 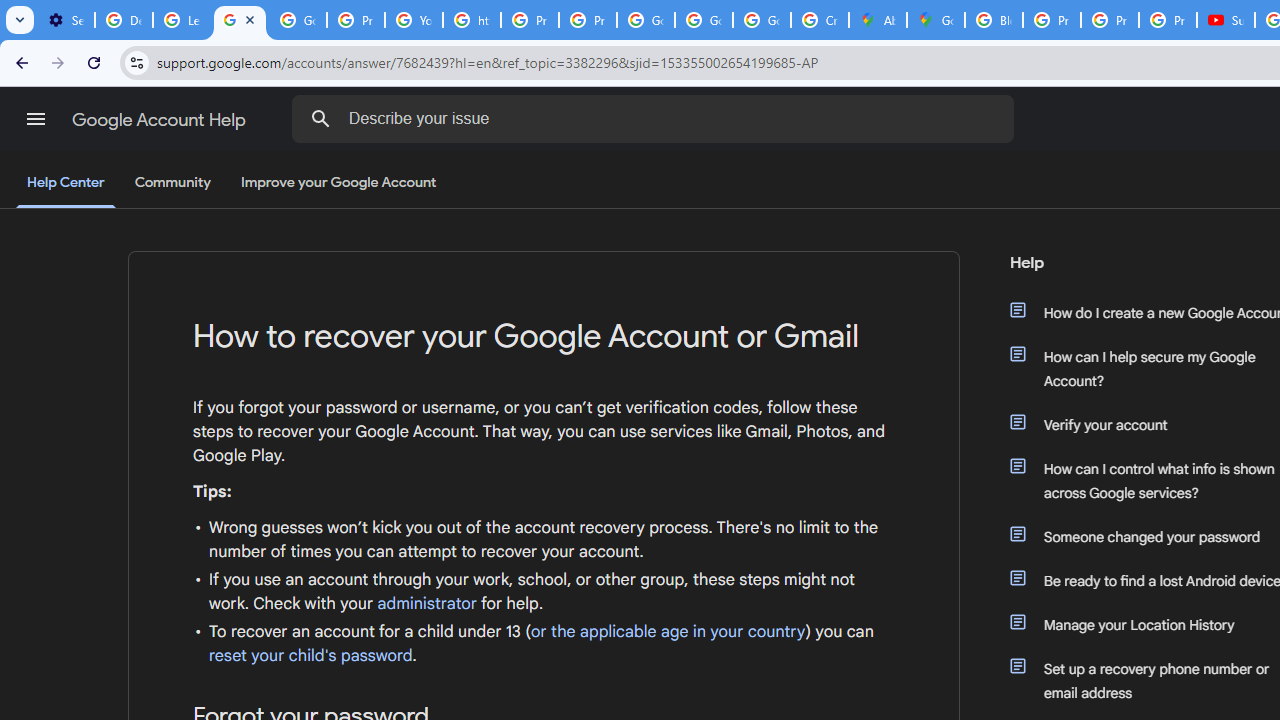 I want to click on 'Create your Google Account', so click(x=819, y=20).